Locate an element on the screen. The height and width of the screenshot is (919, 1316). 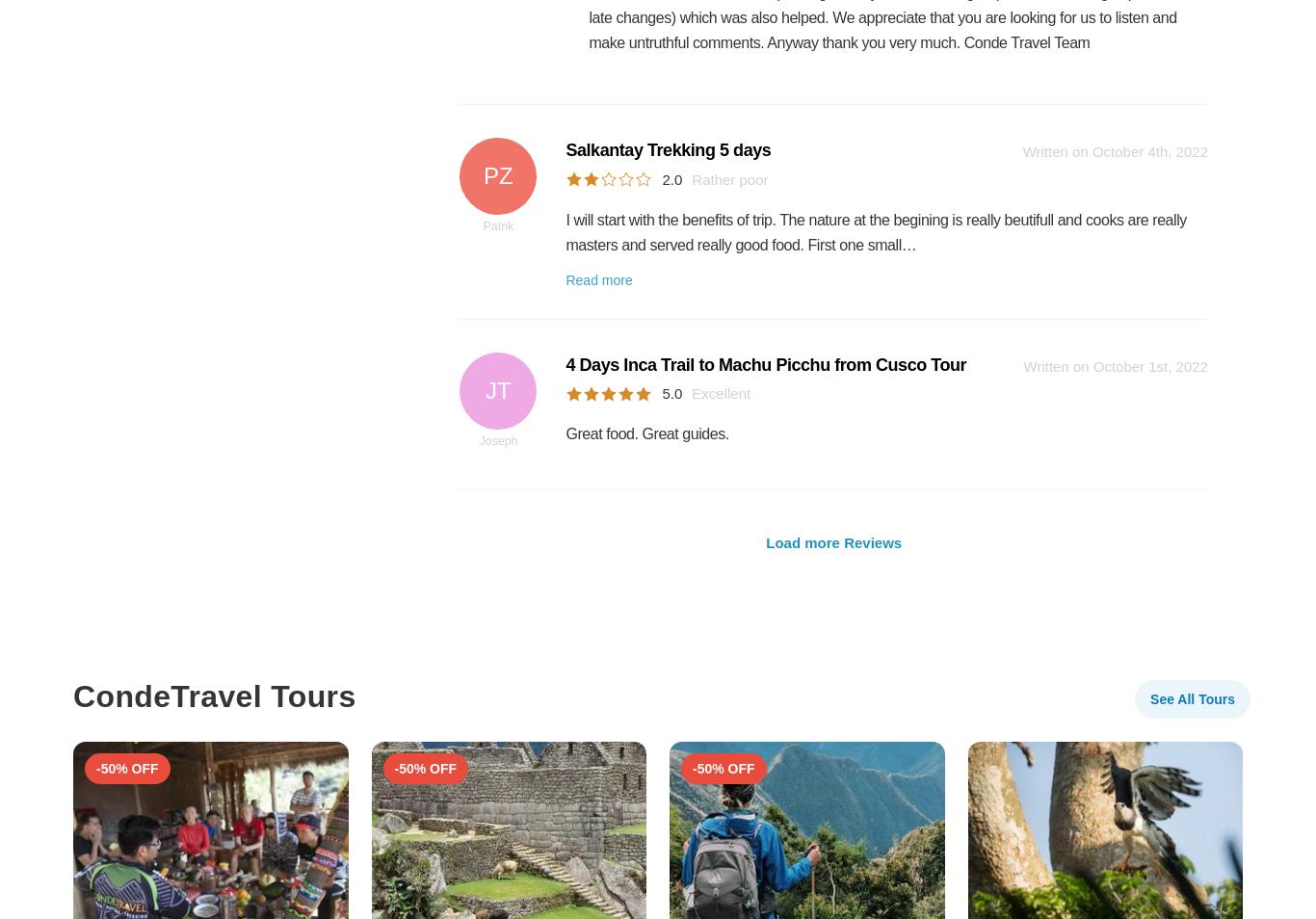
'2.0' is located at coordinates (671, 177).